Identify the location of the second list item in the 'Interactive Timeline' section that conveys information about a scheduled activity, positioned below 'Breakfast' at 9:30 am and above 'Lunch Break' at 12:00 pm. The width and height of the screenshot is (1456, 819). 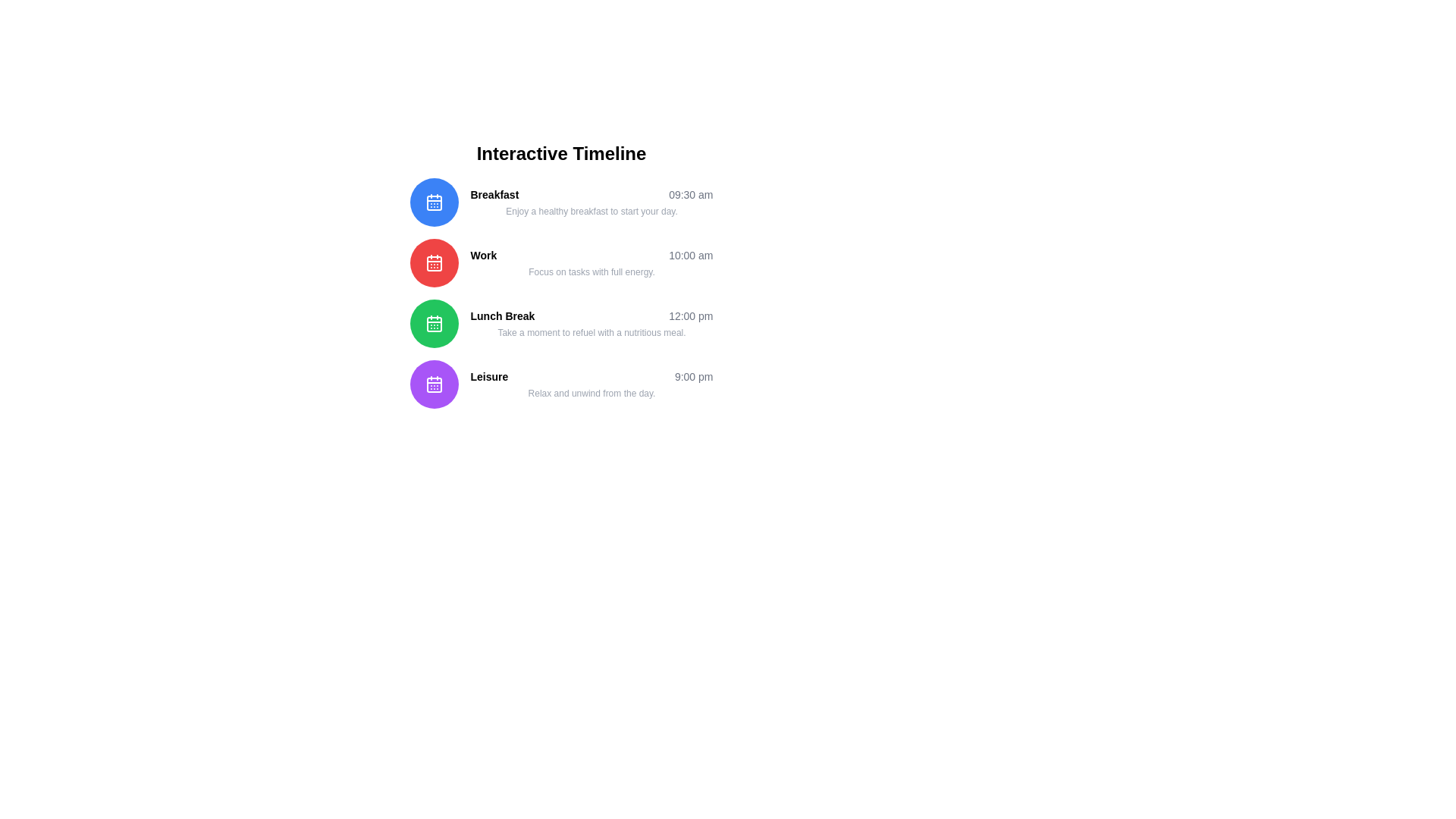
(560, 262).